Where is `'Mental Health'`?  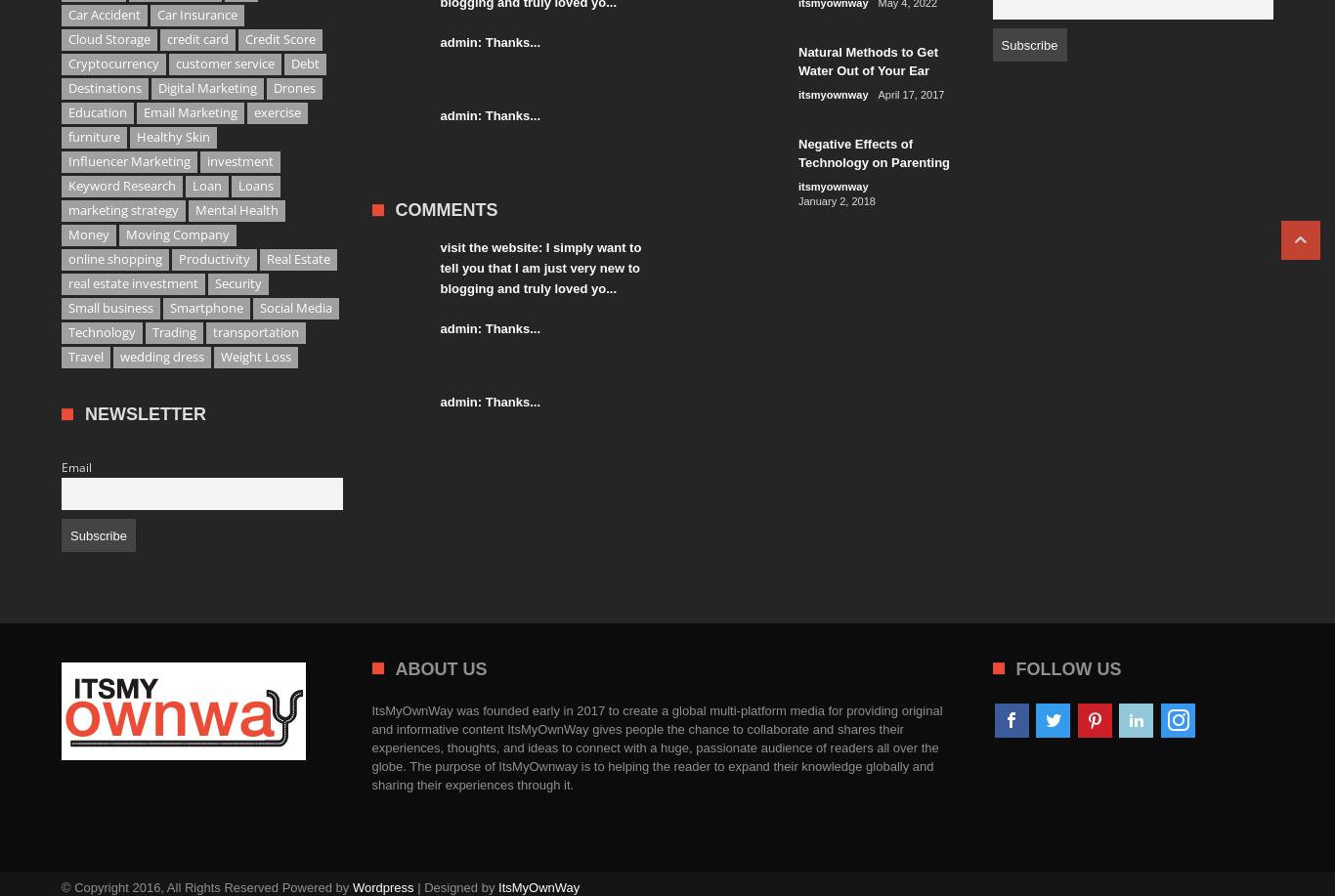
'Mental Health' is located at coordinates (194, 209).